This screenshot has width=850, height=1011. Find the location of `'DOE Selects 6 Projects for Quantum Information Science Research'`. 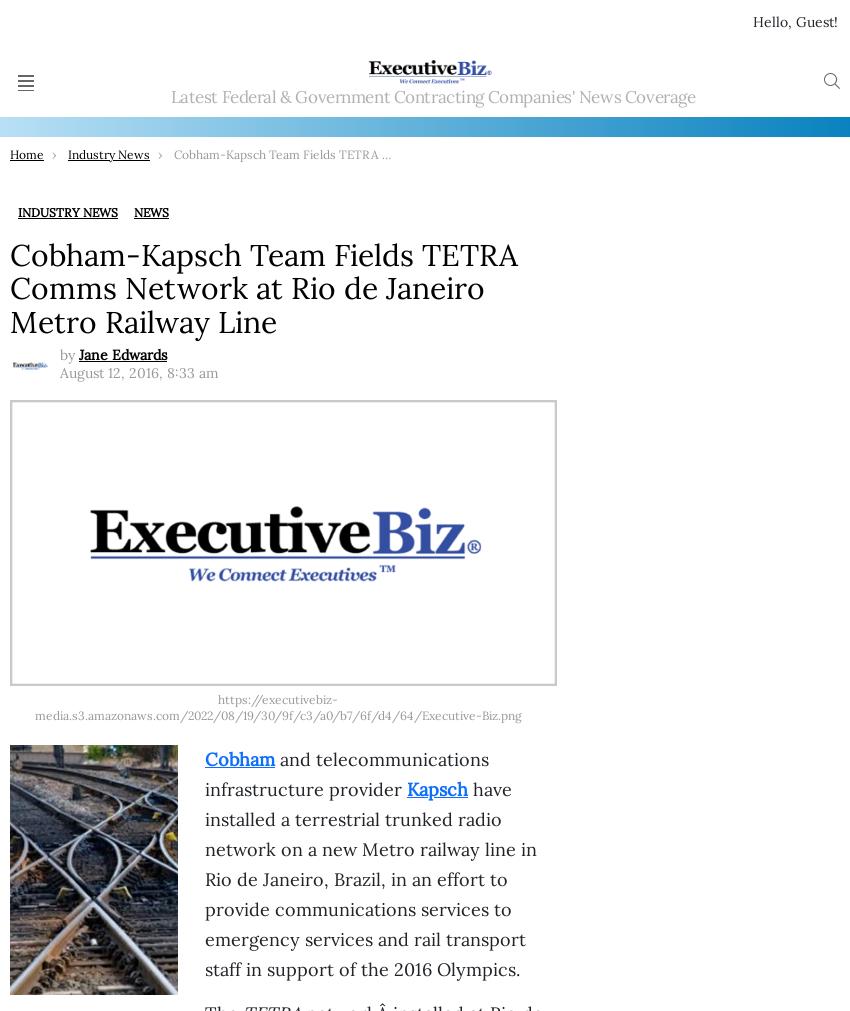

'DOE Selects 6 Projects for Quantum Information Science Research' is located at coordinates (690, 896).